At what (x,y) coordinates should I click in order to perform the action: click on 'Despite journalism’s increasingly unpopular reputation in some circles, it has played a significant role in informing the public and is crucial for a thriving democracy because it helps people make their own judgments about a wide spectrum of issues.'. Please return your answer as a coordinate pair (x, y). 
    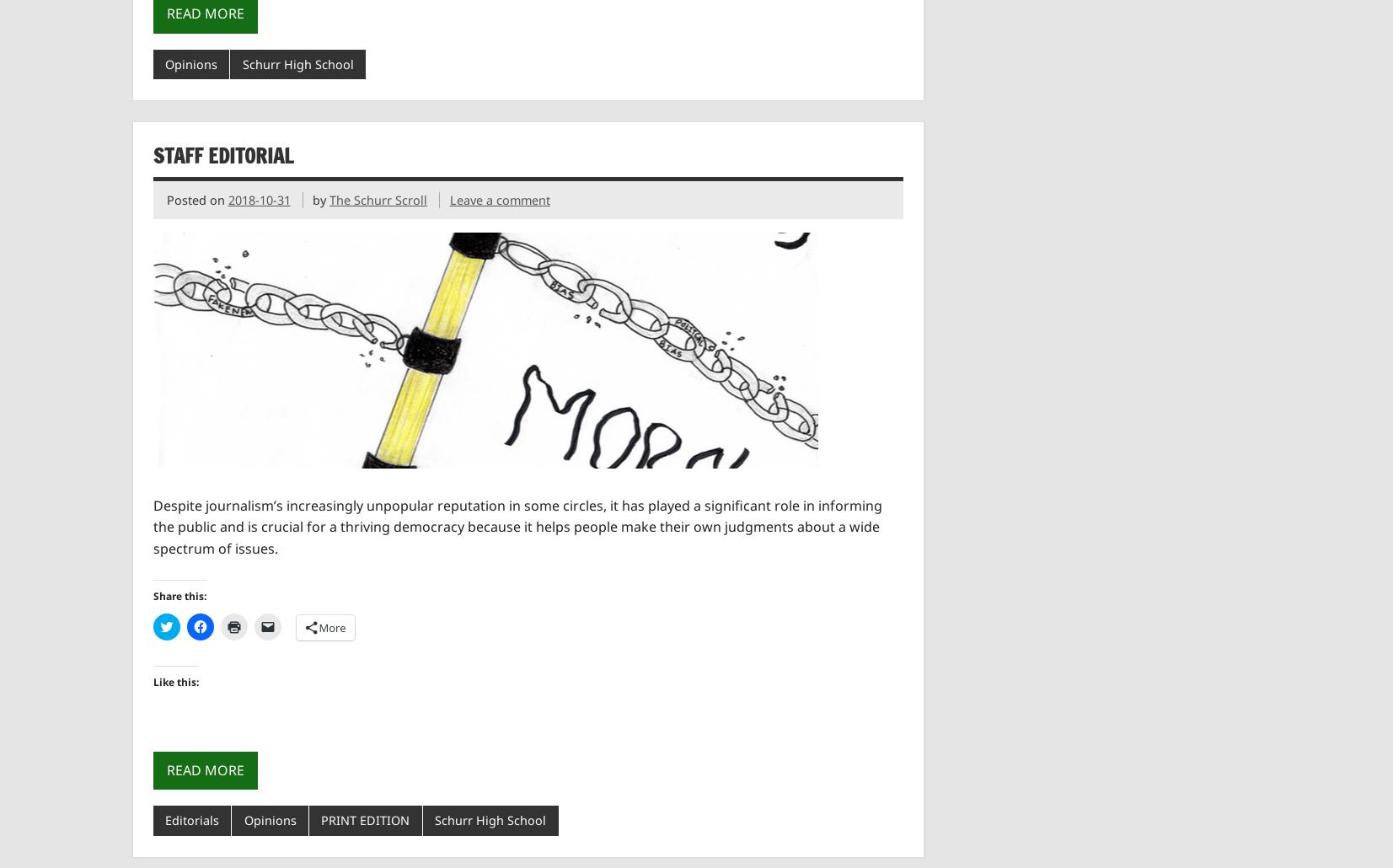
    Looking at the image, I should click on (516, 525).